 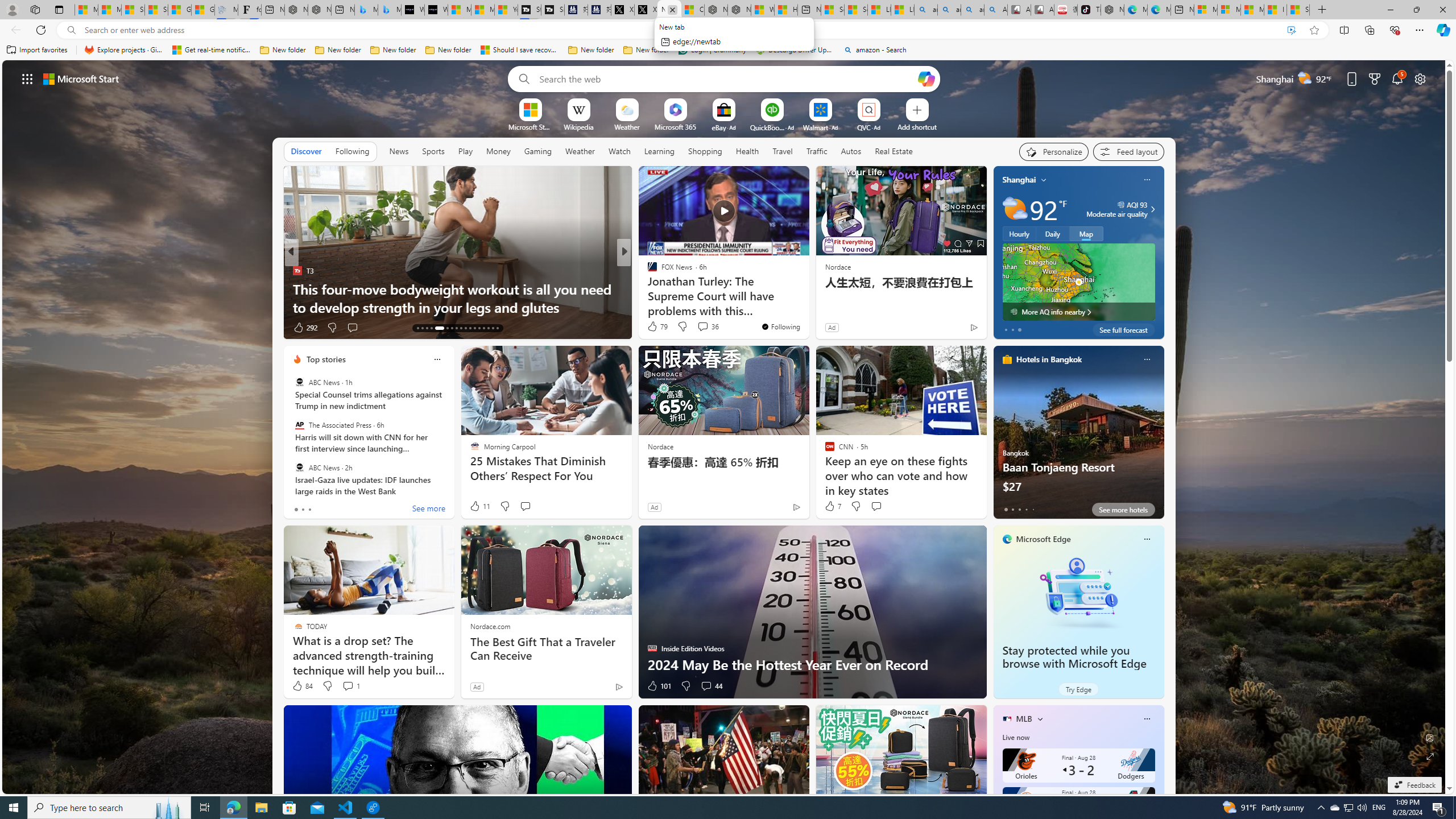 I want to click on 'Add a site', so click(x=916, y=126).